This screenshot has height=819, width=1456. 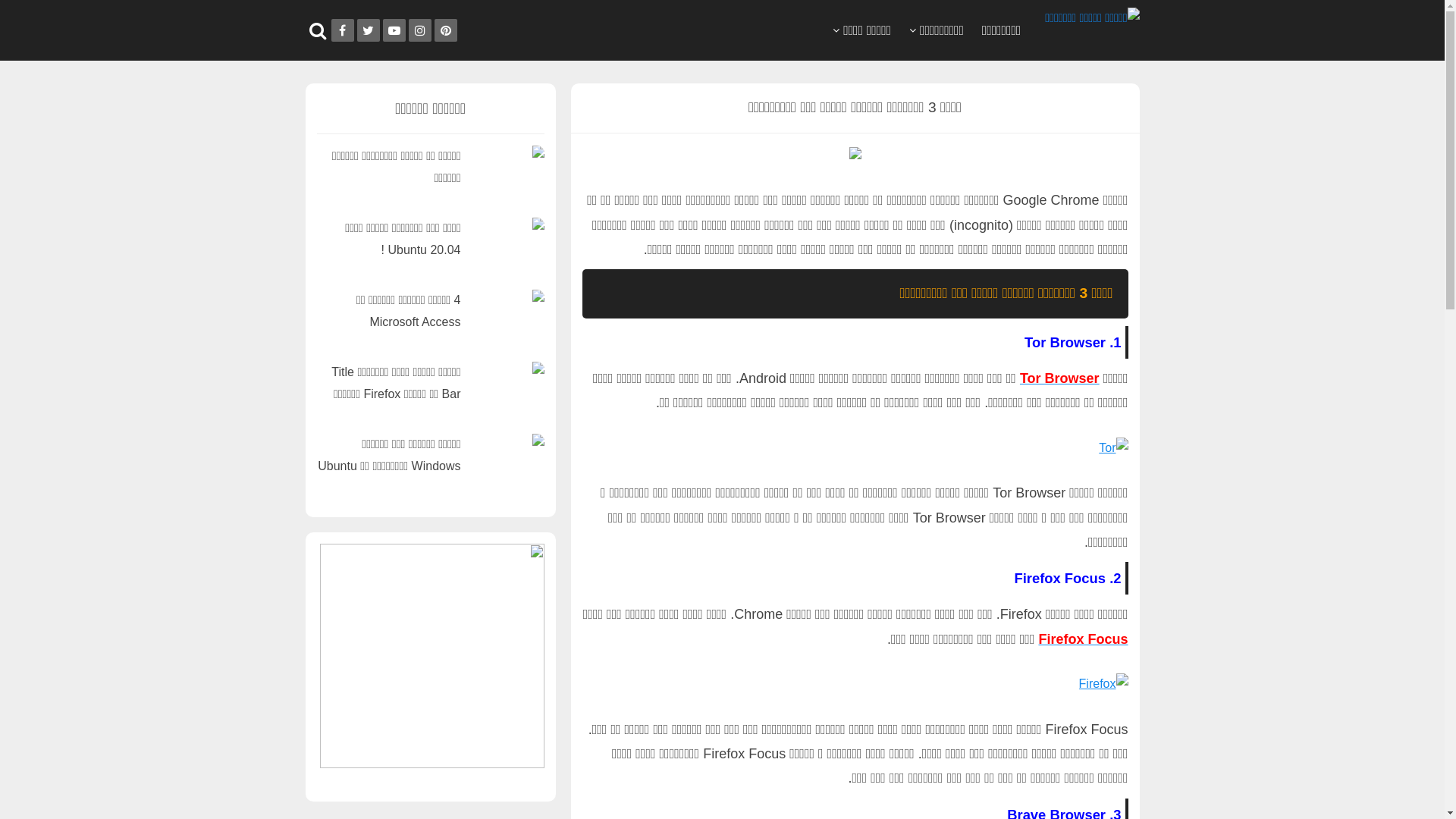 What do you see at coordinates (1019, 377) in the screenshot?
I see `'Tor Browser'` at bounding box center [1019, 377].